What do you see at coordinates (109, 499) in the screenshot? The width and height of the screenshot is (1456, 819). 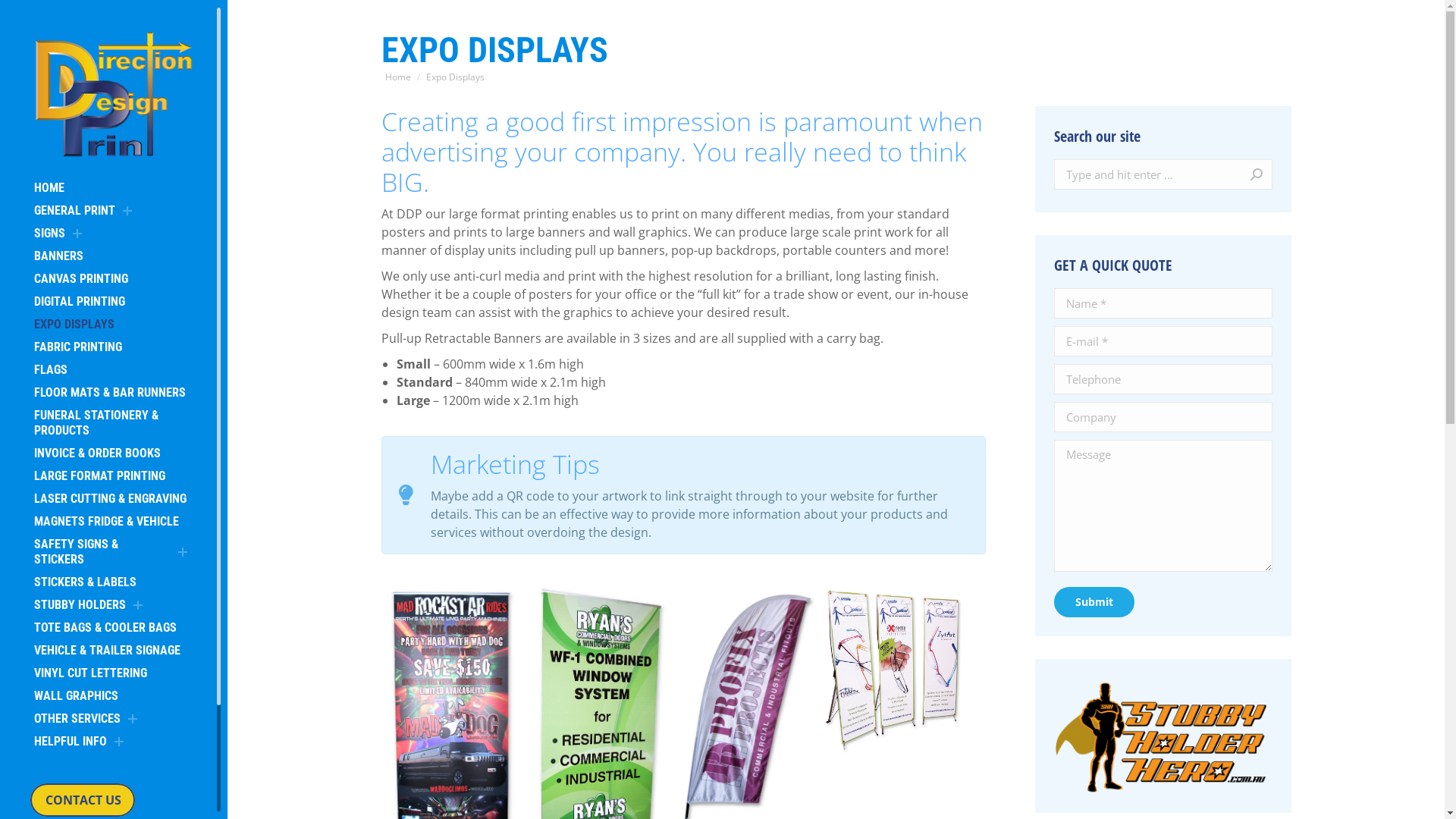 I see `'LASER CUTTING & ENGRAVING'` at bounding box center [109, 499].